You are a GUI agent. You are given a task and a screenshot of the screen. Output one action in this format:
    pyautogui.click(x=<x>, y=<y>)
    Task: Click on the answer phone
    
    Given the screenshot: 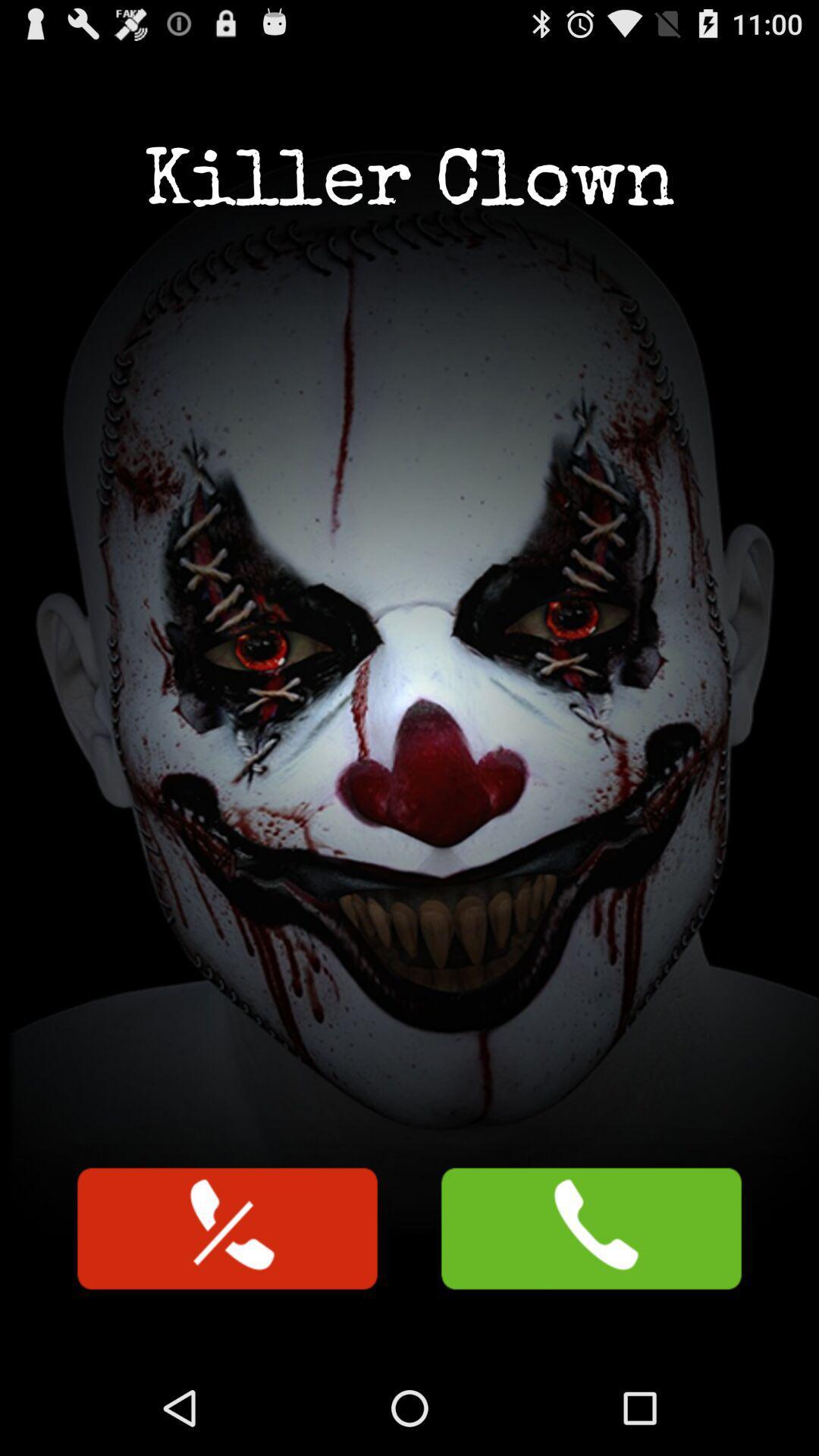 What is the action you would take?
    pyautogui.click(x=590, y=1228)
    